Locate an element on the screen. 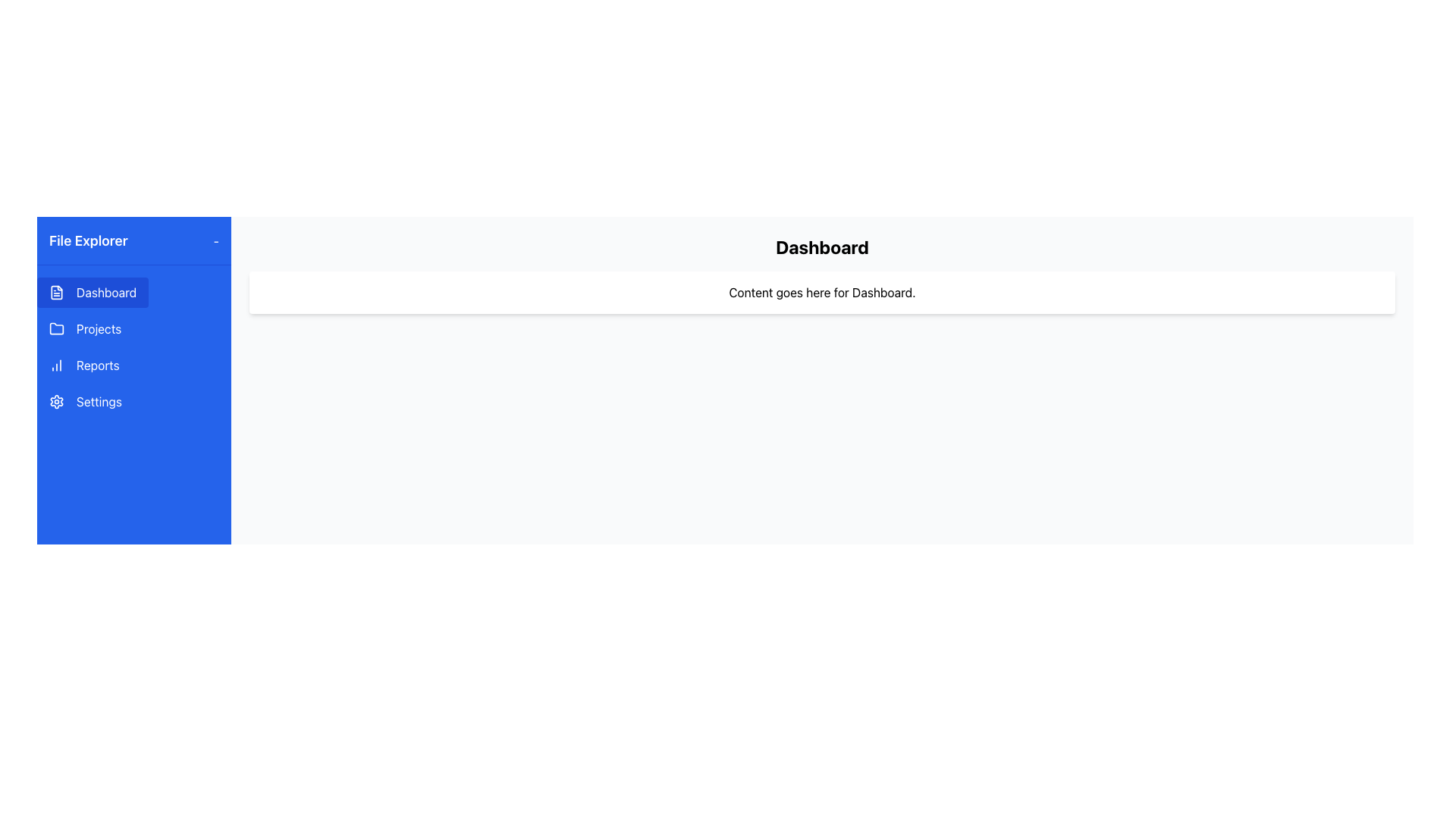 The image size is (1456, 819). the blue rectangular 'Dashboard' button with rounded corners, which has a document outline icon on the left and the text 'Dashboard' on the right, to trigger a visual effect is located at coordinates (92, 292).